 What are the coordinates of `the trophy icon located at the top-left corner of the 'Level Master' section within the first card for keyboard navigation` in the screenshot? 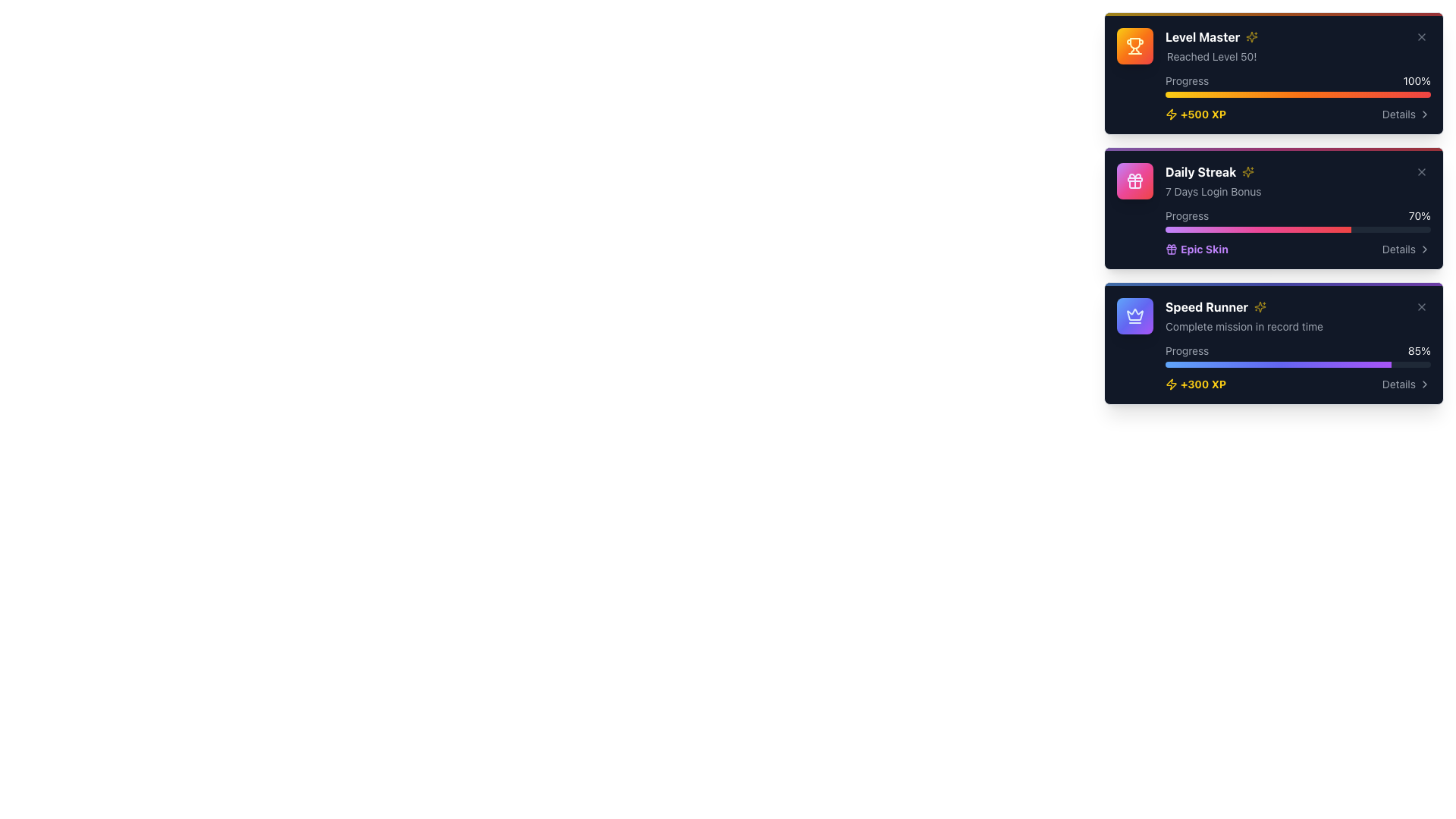 It's located at (1135, 45).